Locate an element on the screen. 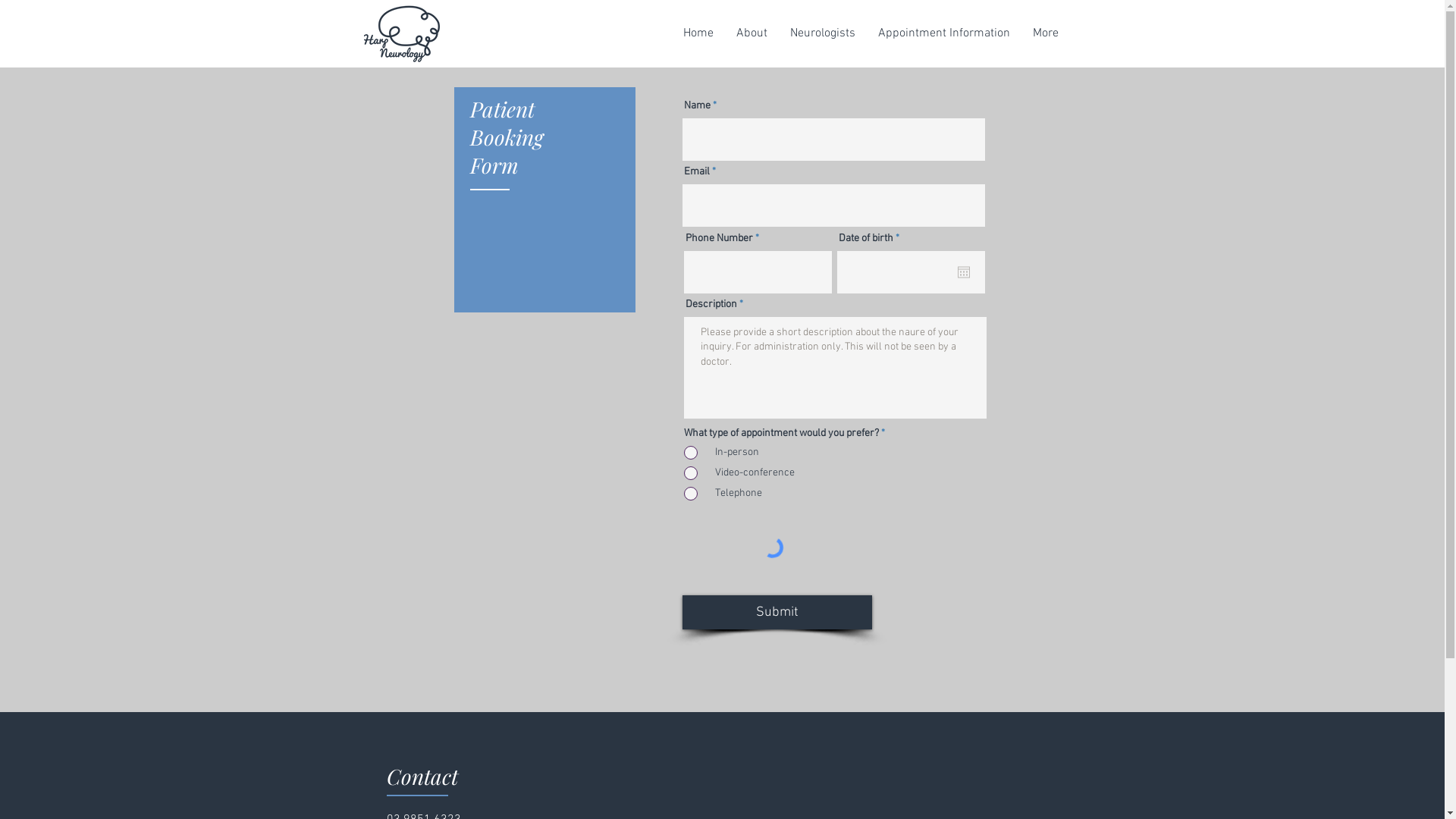  'Home' is located at coordinates (698, 33).